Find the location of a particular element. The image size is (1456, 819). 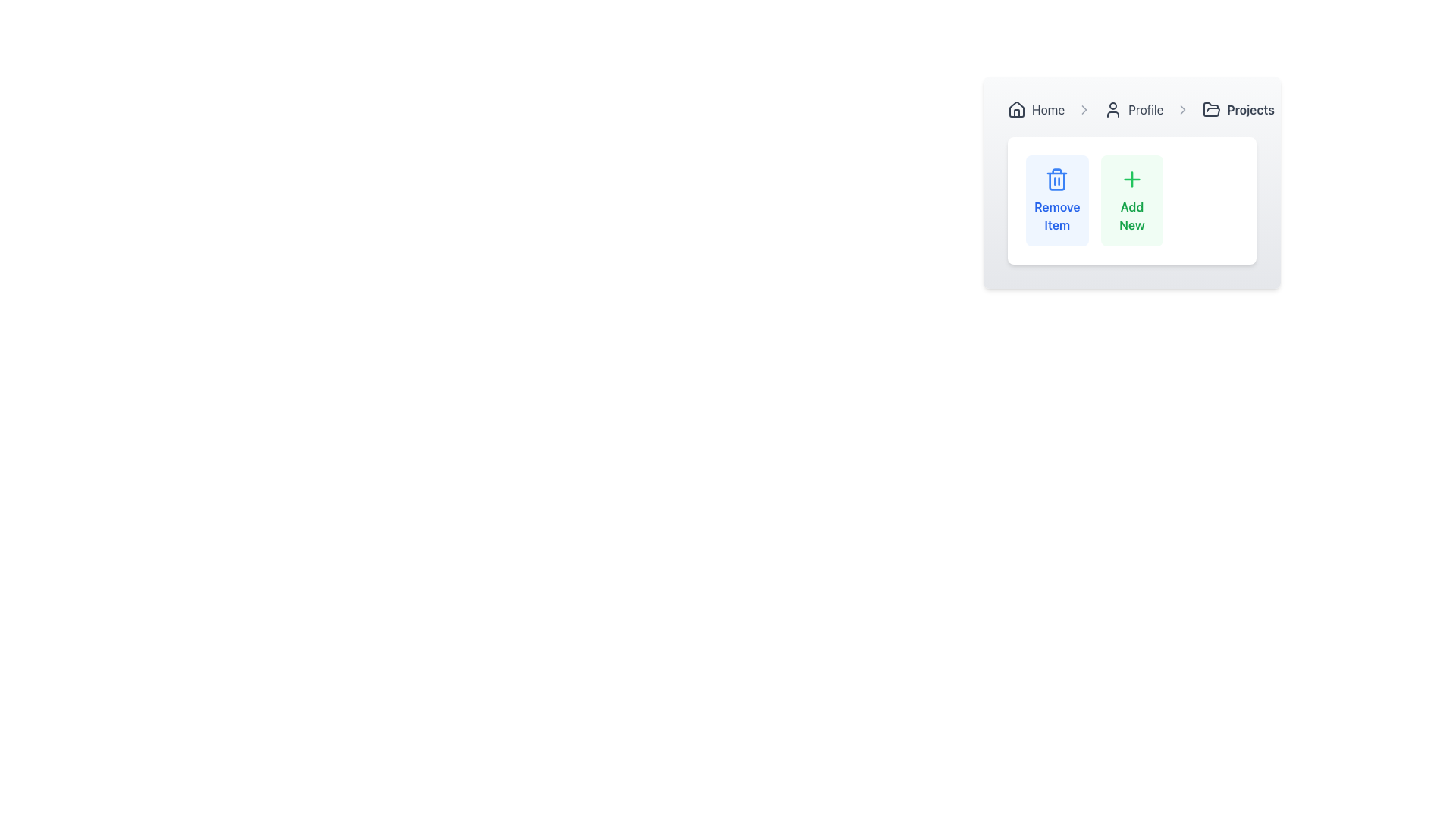

the open folder icon located next to the 'Projects' text in the breadcrumb navigation bar is located at coordinates (1211, 108).